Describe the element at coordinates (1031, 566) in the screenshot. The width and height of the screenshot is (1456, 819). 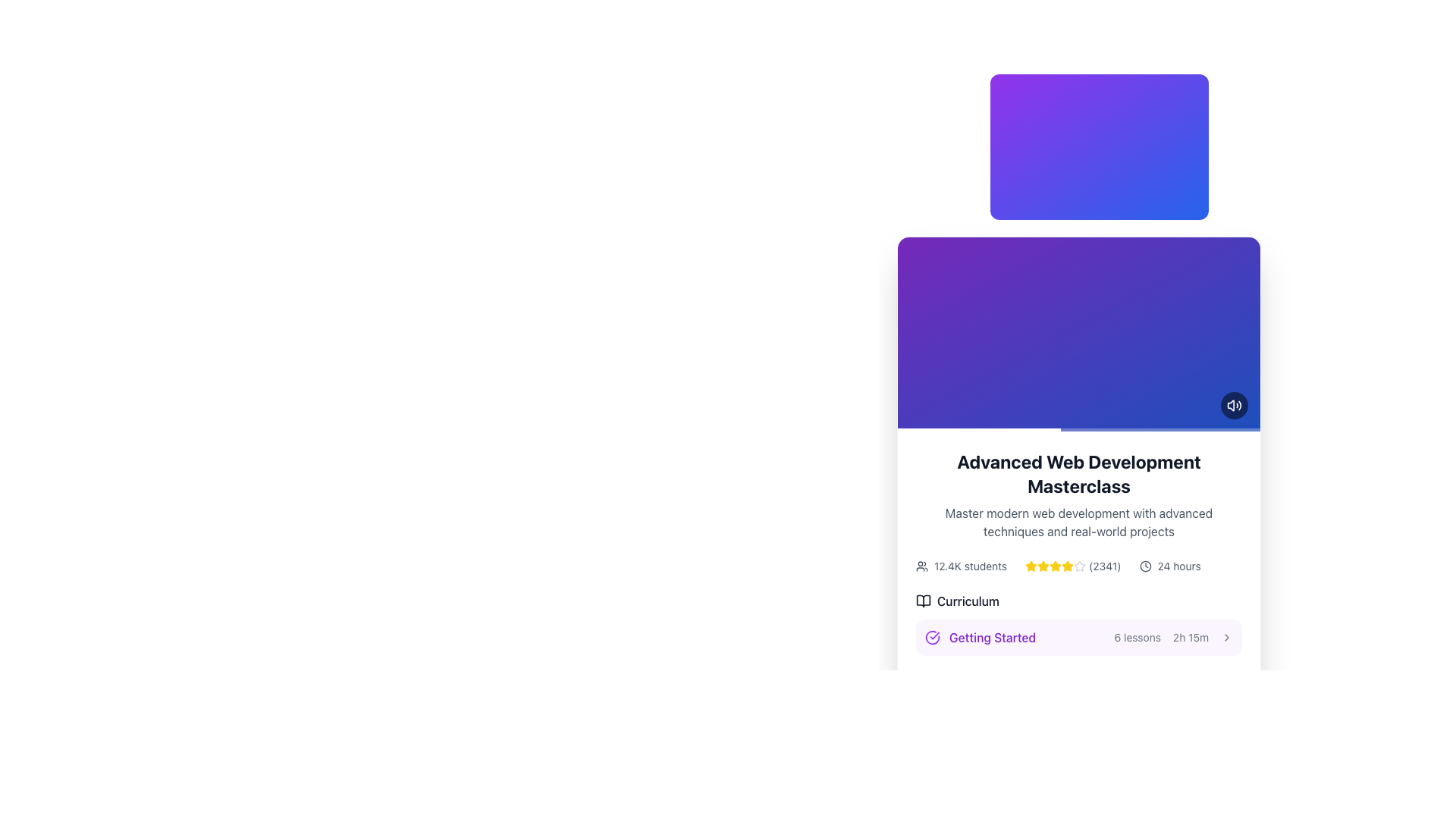
I see `the first star icon in the rating system located beneath the course title 'Advanced Web Development Masterclass.'` at that location.